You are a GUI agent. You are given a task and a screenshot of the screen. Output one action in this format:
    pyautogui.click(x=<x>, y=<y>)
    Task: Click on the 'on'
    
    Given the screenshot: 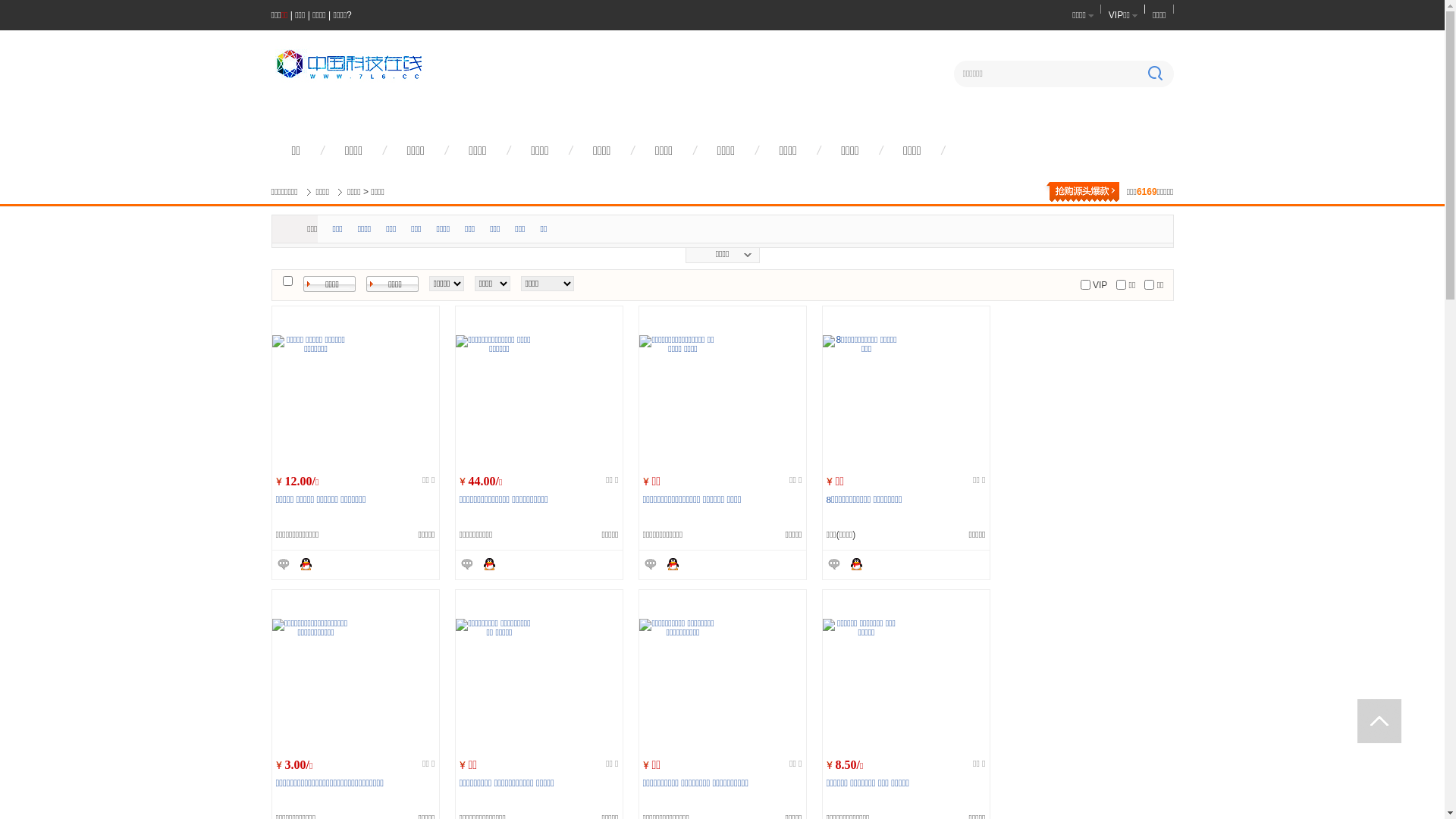 What is the action you would take?
    pyautogui.click(x=1121, y=284)
    